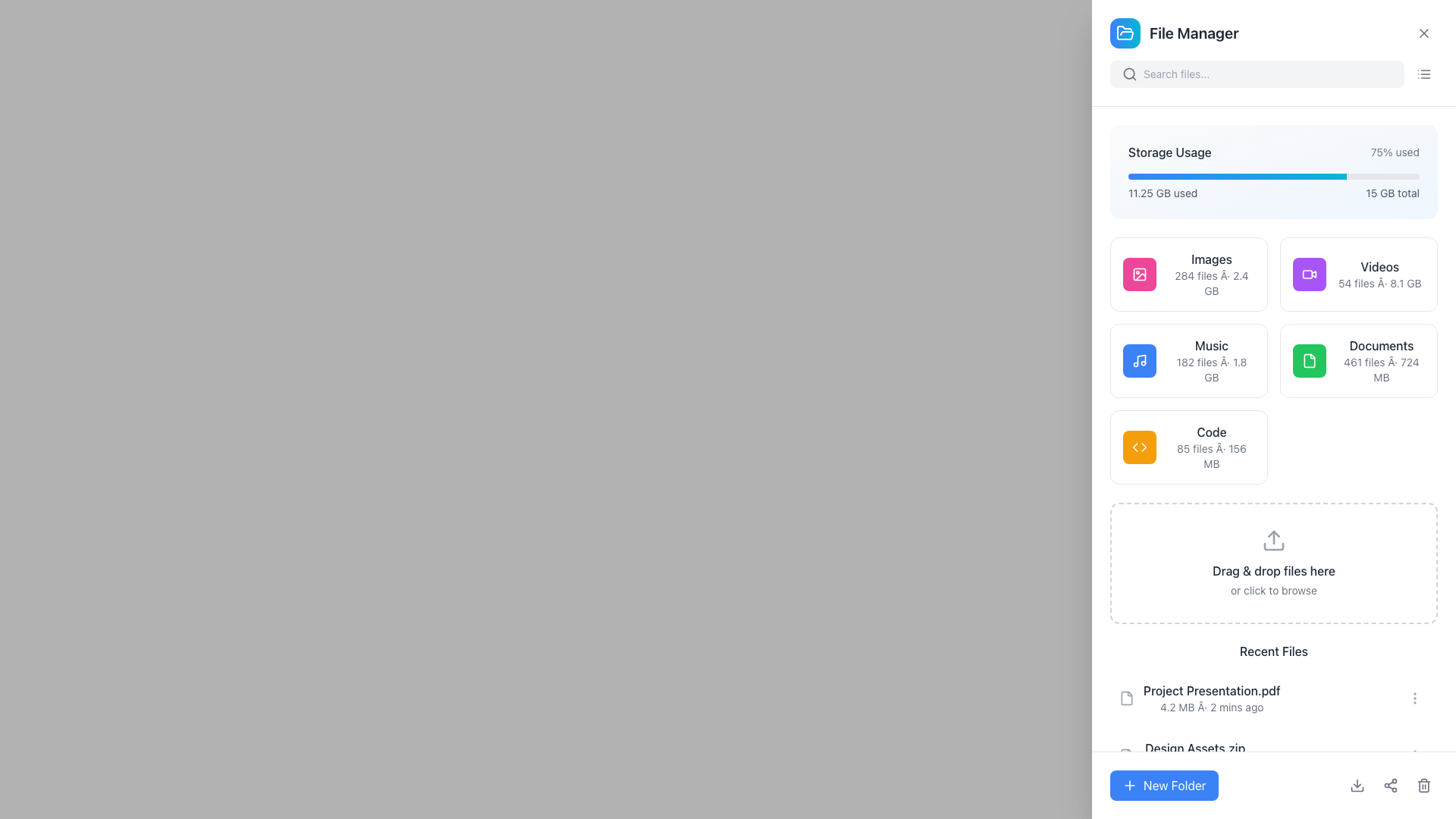  Describe the element at coordinates (1139, 447) in the screenshot. I see `the 'Code' category icon located in the bottom row of the dashboard, which visually identifies this section and is positioned to the left of the '85 files' and '156 MB' text` at that location.